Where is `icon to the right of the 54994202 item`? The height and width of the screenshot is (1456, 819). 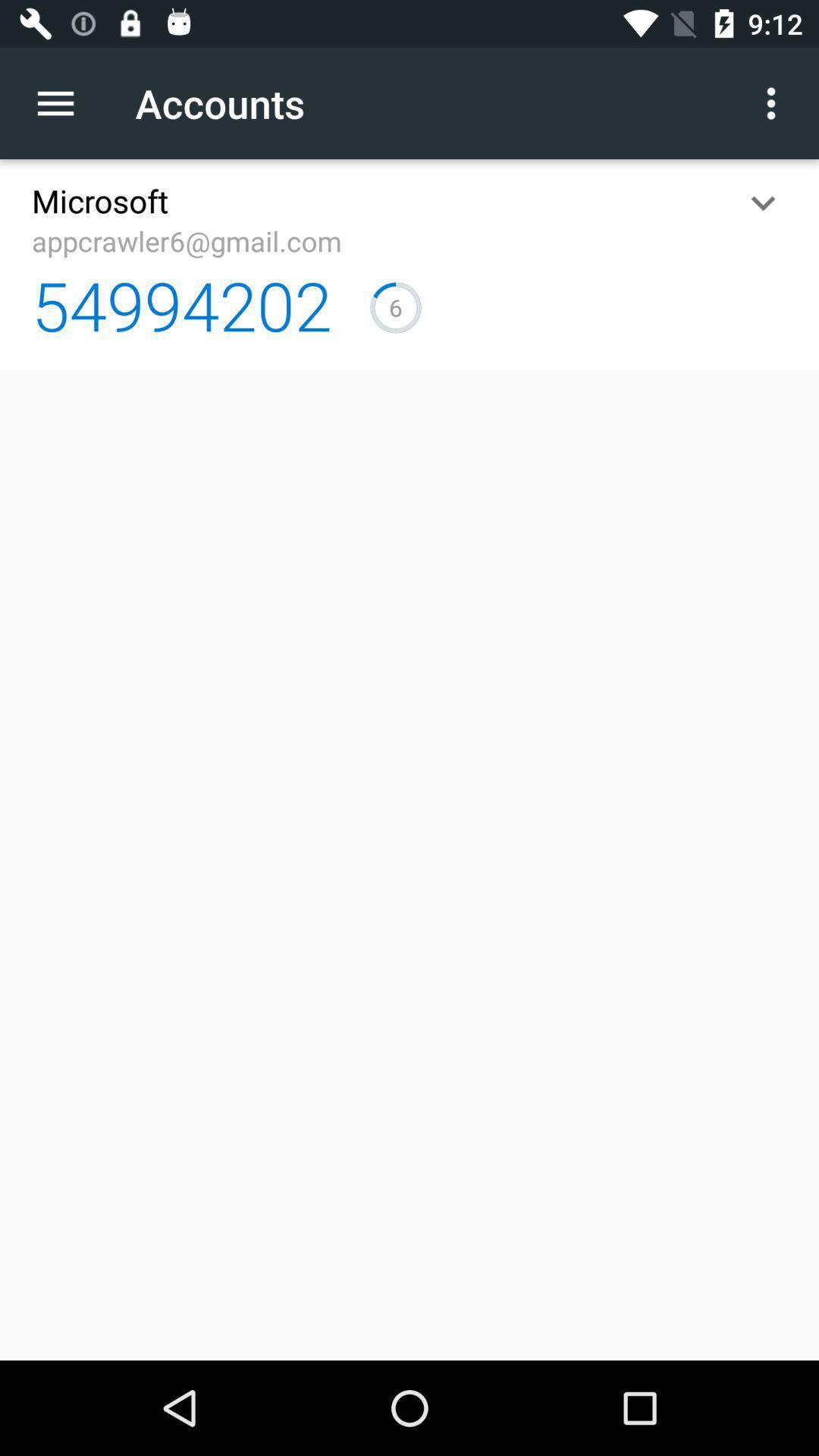
icon to the right of the 54994202 item is located at coordinates (394, 306).